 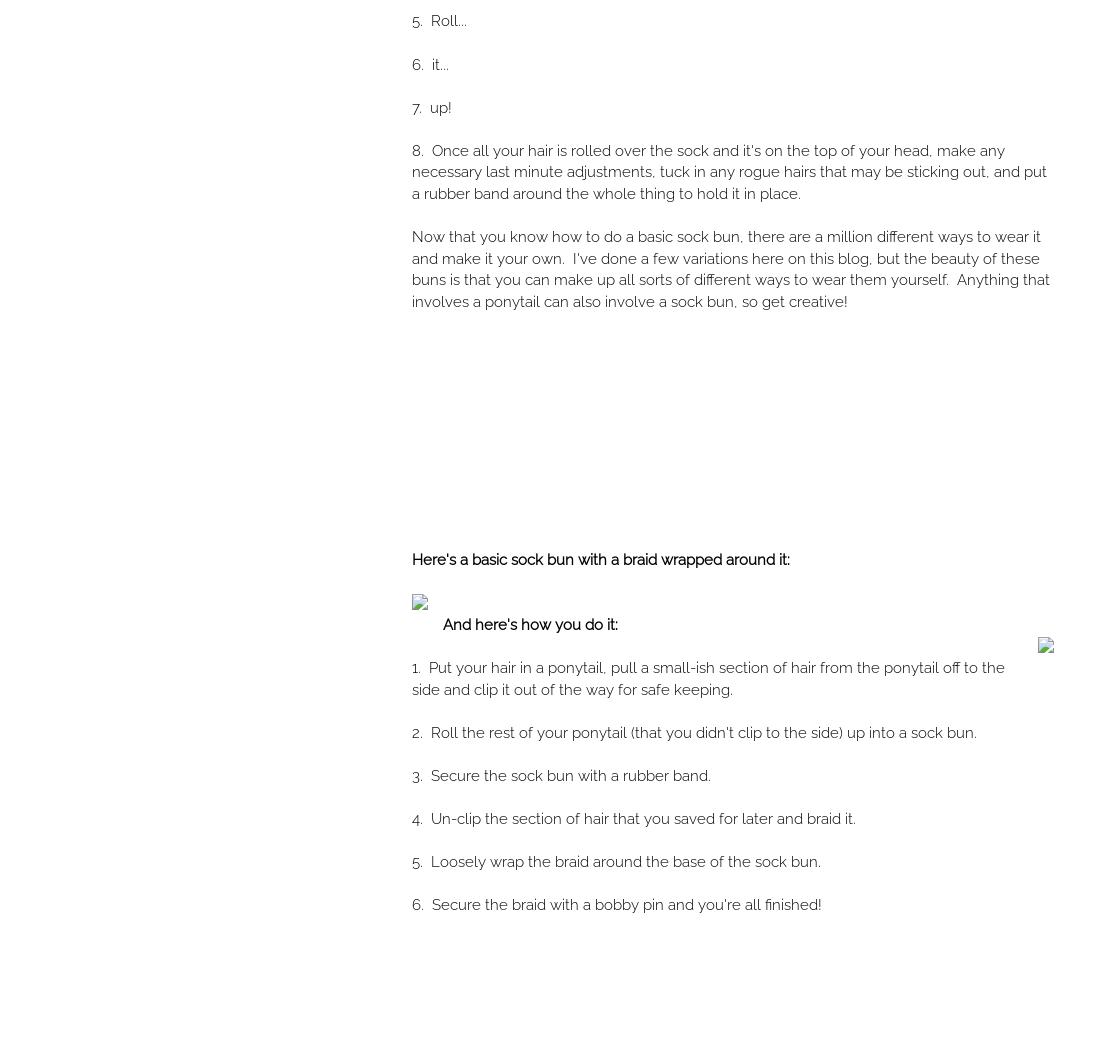 I want to click on '4.  Un-clip the section of hair that you saved for later and braid it.', so click(x=411, y=818).